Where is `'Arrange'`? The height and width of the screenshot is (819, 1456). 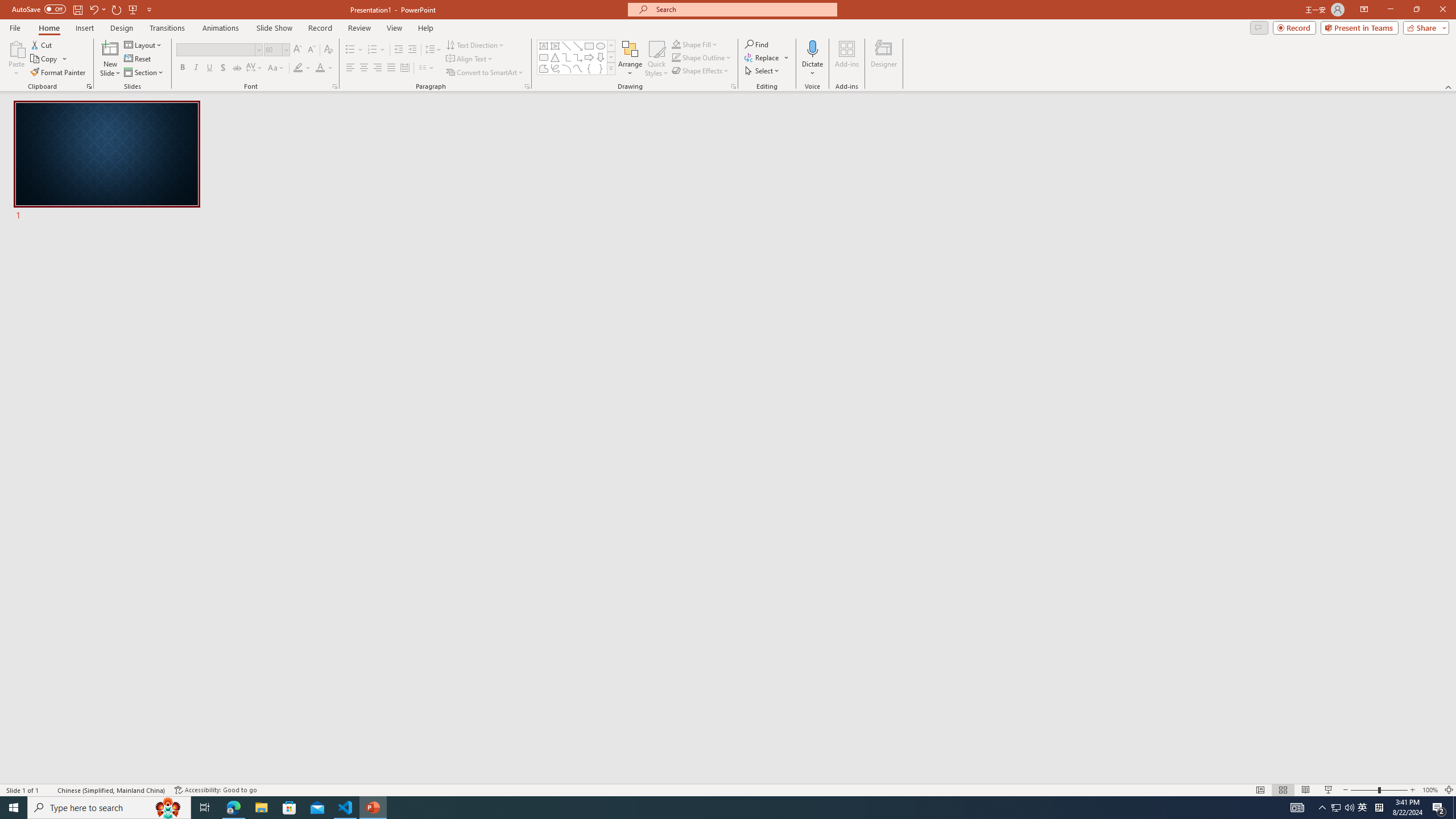 'Arrange' is located at coordinates (630, 59).